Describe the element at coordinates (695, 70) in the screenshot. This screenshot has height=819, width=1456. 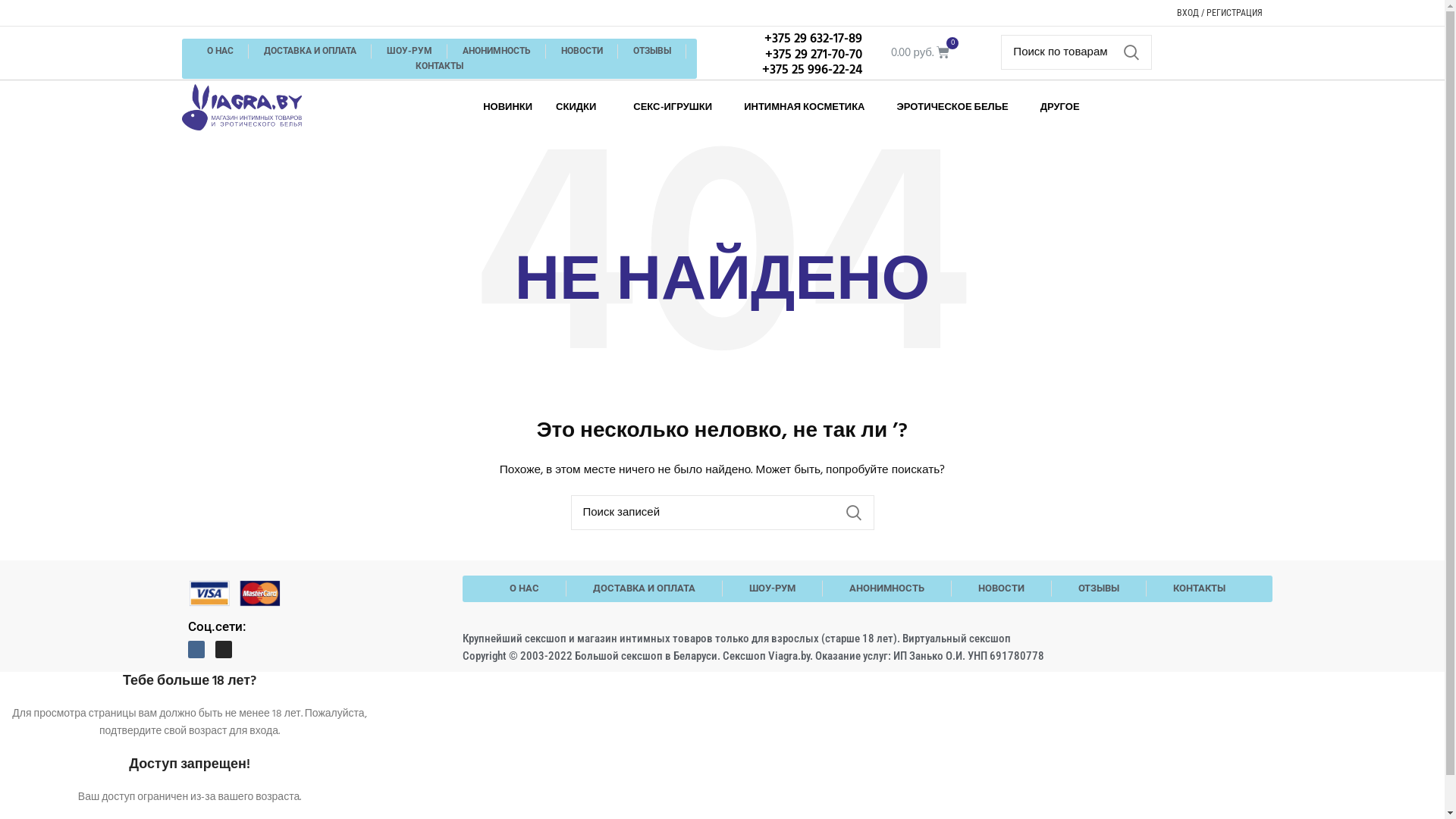
I see `'+375 25 996-22-24'` at that location.